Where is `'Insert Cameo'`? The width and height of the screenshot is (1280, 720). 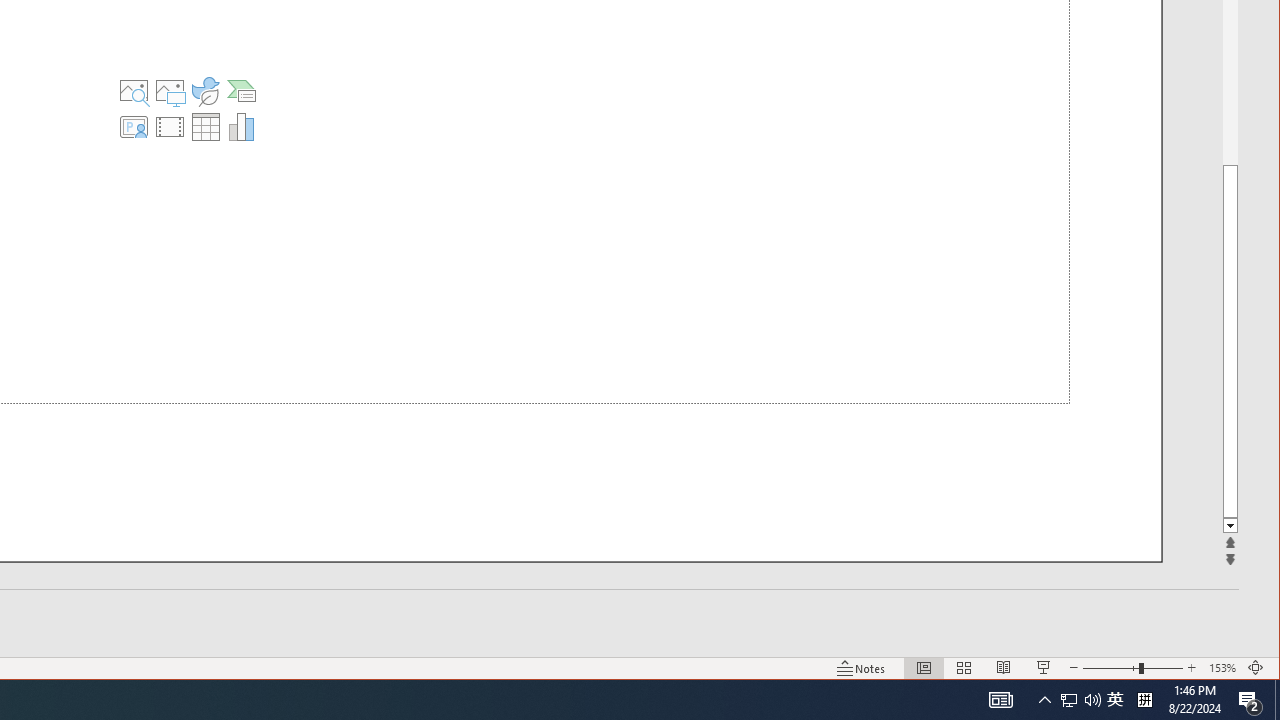
'Insert Cameo' is located at coordinates (132, 127).